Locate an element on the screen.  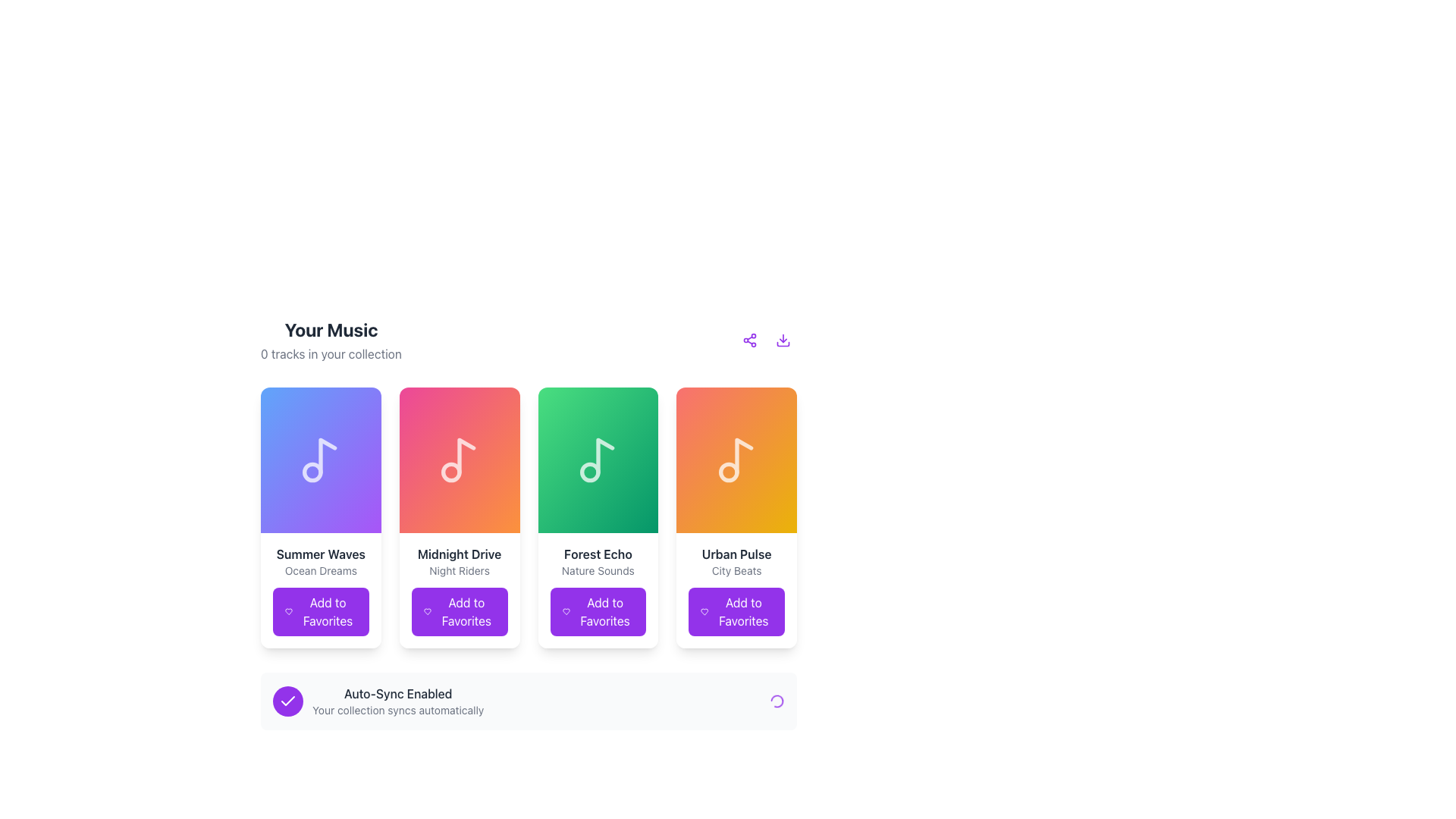
the static text label that indicates the current synchronization status, confirming that auto-sync is activated is located at coordinates (398, 693).